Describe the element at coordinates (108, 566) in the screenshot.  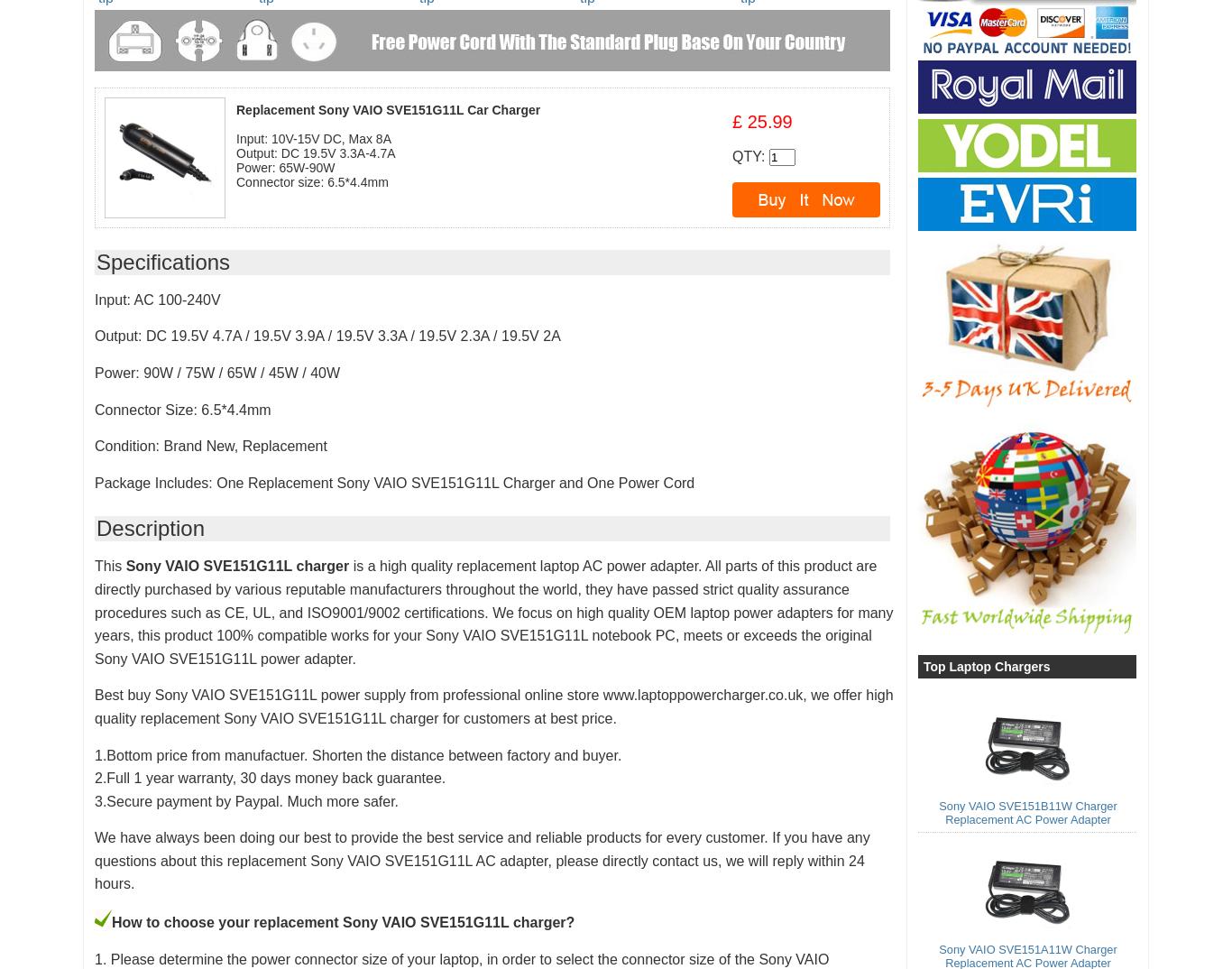
I see `'This'` at that location.